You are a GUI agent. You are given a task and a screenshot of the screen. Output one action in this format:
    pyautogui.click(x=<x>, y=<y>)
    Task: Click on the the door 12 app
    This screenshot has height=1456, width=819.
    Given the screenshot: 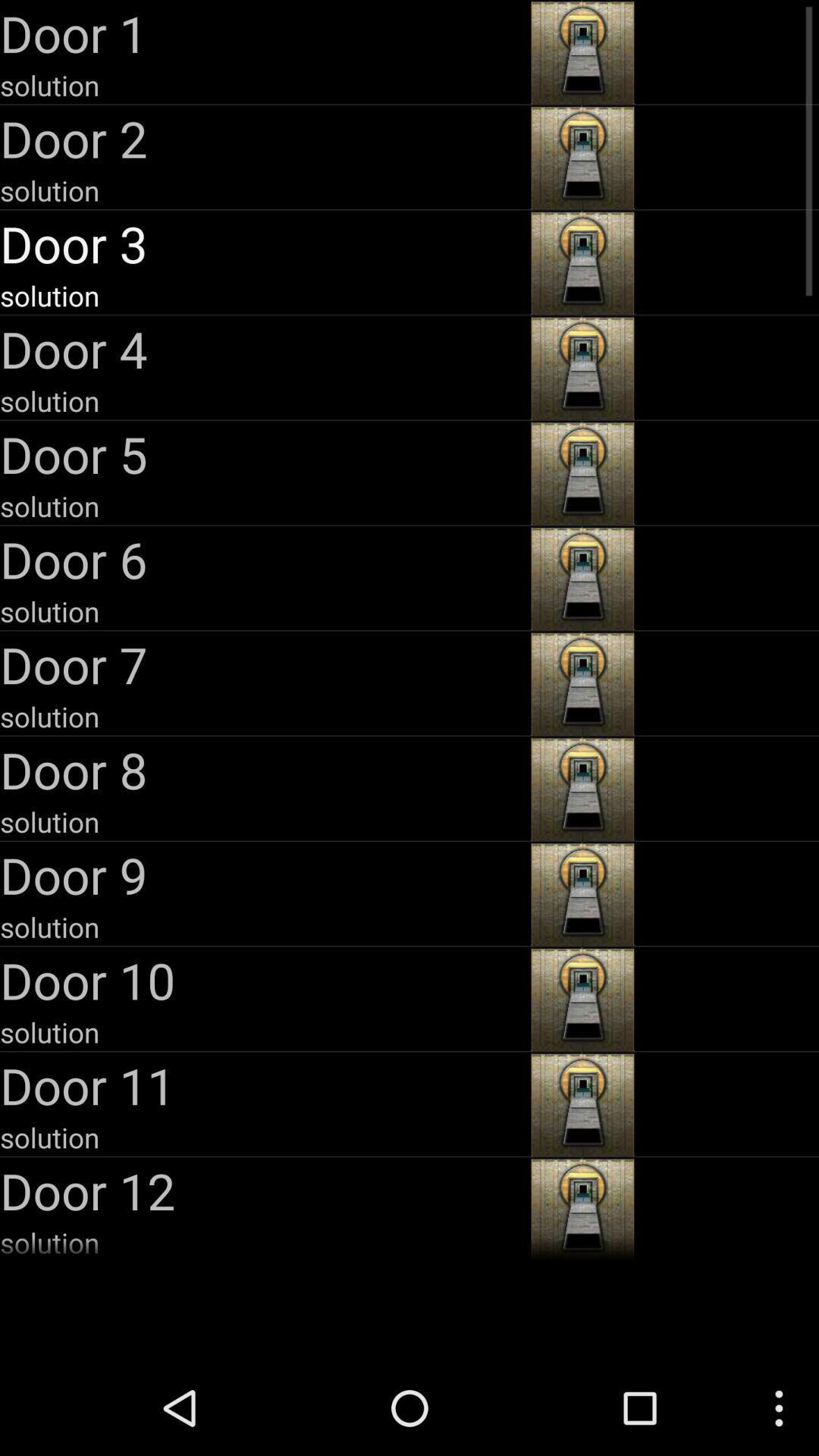 What is the action you would take?
    pyautogui.click(x=262, y=1190)
    